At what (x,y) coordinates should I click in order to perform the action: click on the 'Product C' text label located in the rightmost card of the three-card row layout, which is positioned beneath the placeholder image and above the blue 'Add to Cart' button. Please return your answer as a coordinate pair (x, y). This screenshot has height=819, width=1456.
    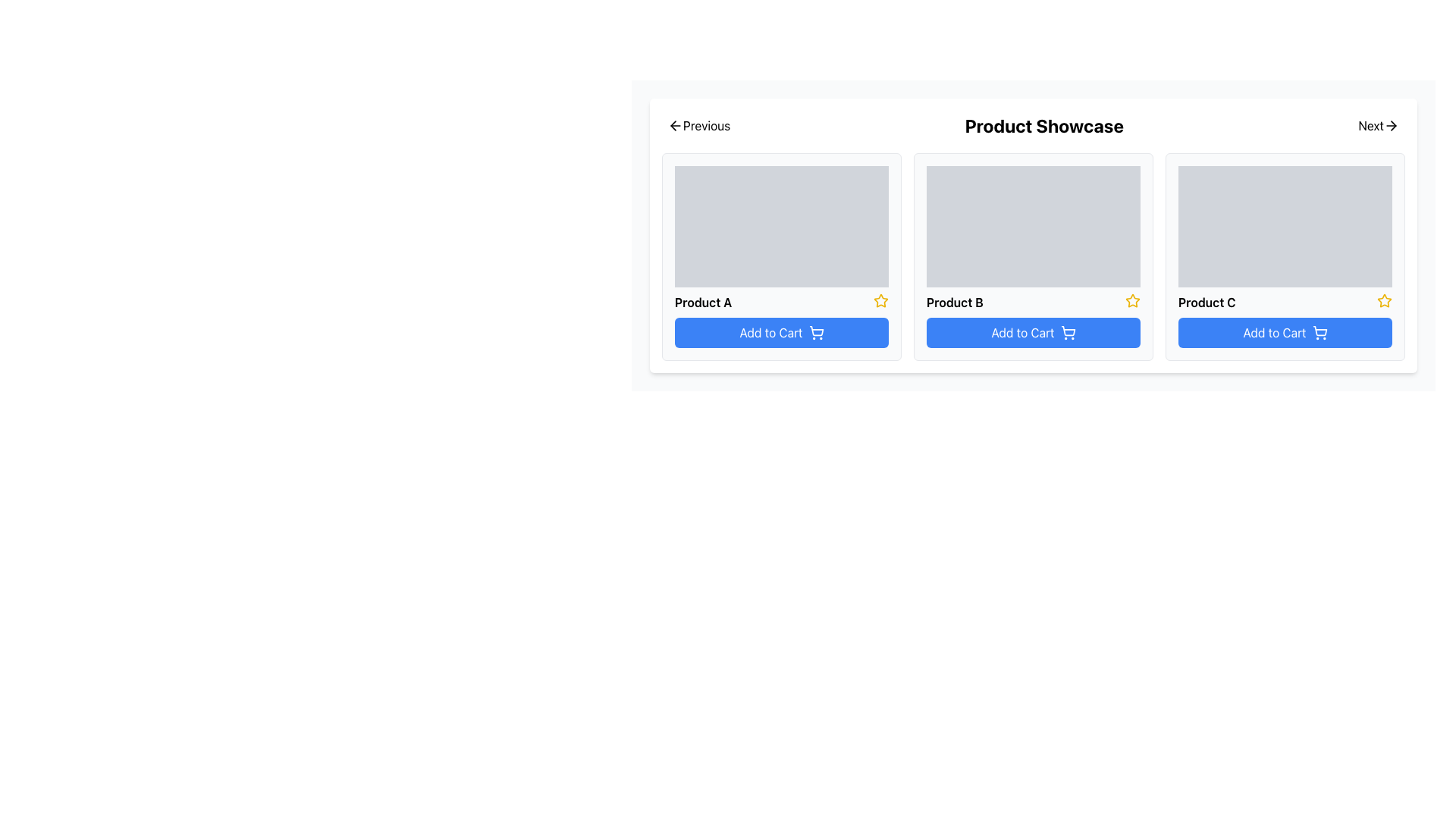
    Looking at the image, I should click on (1206, 302).